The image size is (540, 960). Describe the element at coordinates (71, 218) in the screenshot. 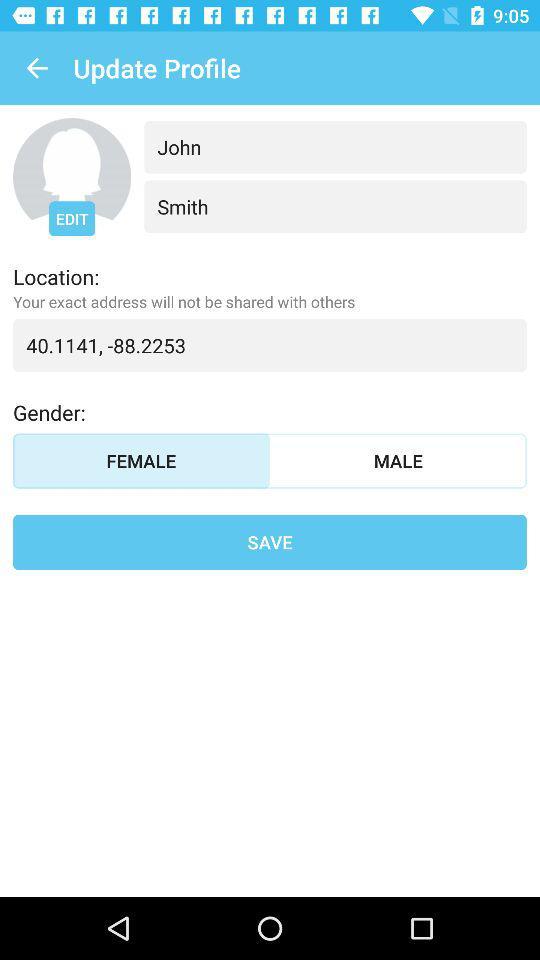

I see `the item next to the smith icon` at that location.